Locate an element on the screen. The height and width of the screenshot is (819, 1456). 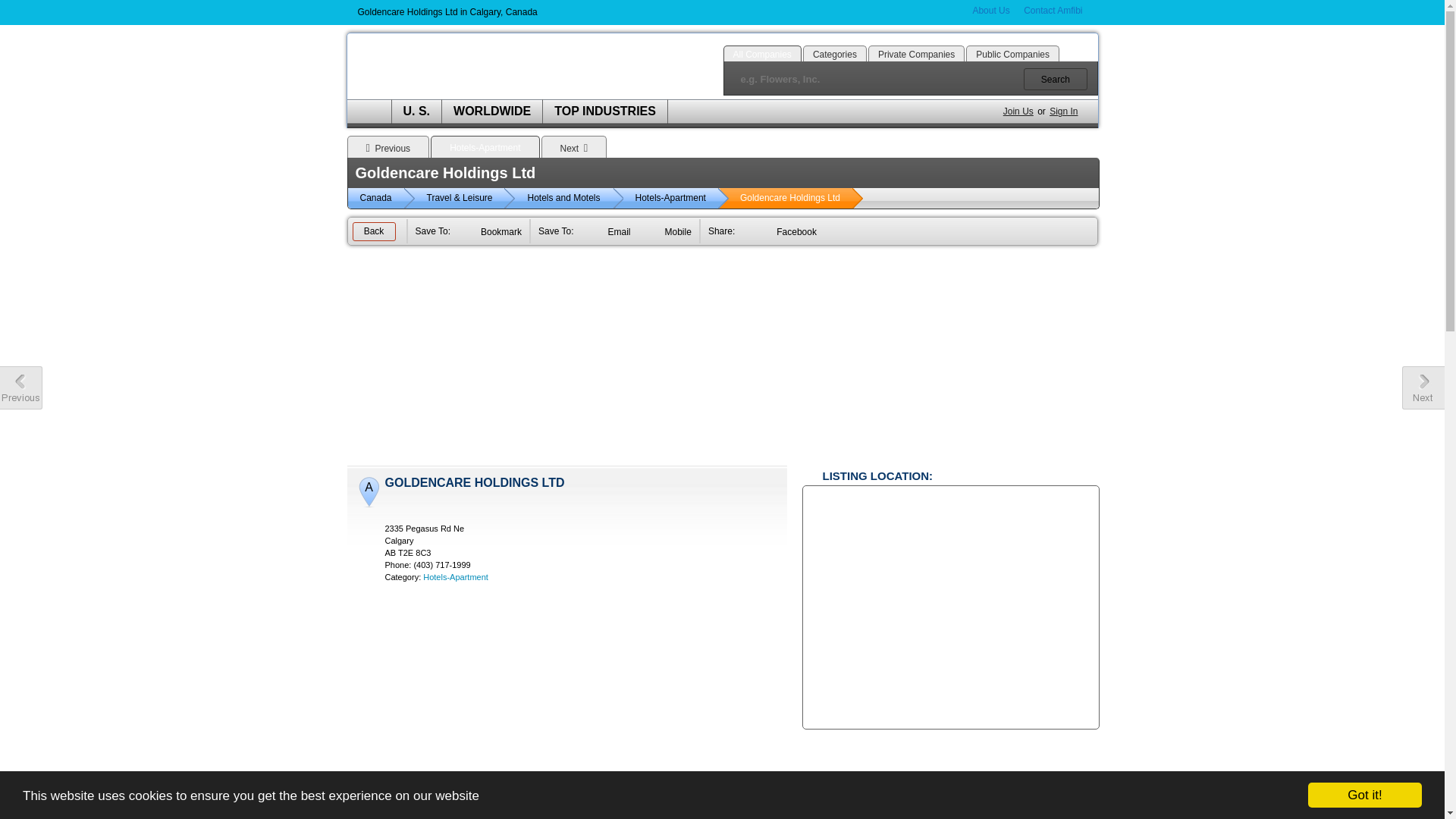
'Hotels-Apartment' is located at coordinates (675, 197).